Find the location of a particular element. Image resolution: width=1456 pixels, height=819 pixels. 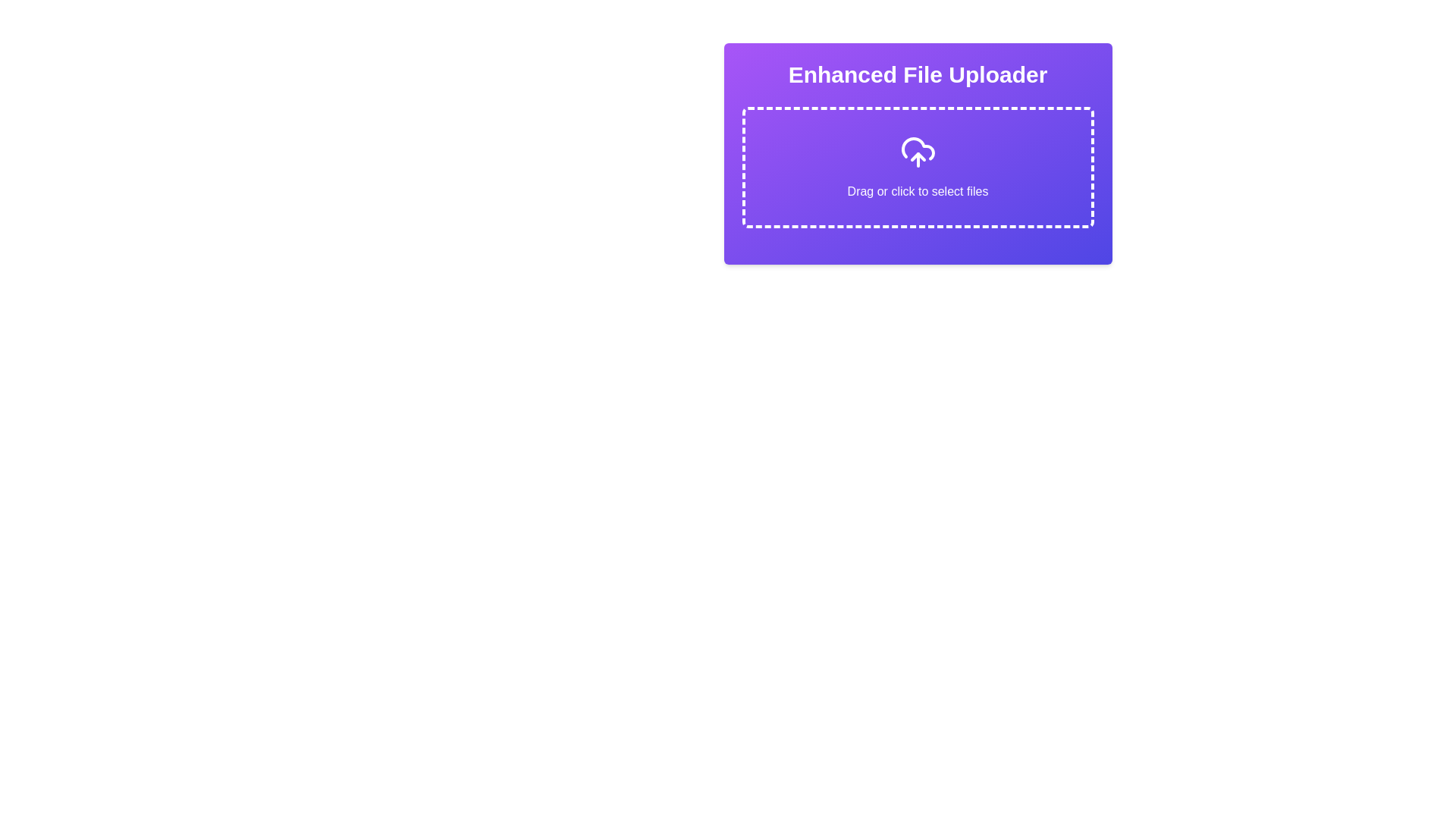

the area surrounding the cloud upload icon, which is centrally located in the dashed rectangle labeled 'Drag or click is located at coordinates (917, 152).